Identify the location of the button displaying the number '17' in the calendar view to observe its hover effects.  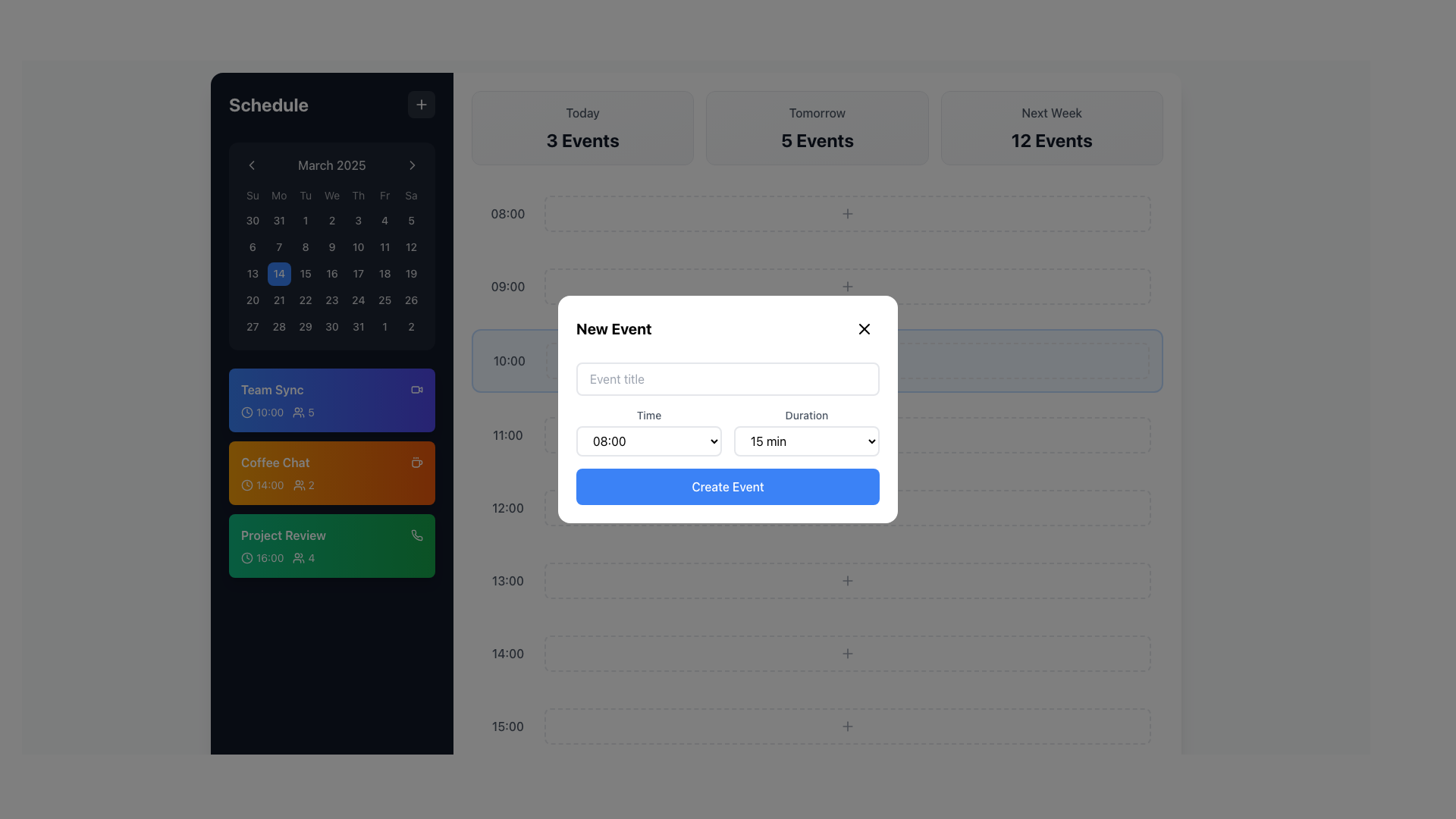
(357, 274).